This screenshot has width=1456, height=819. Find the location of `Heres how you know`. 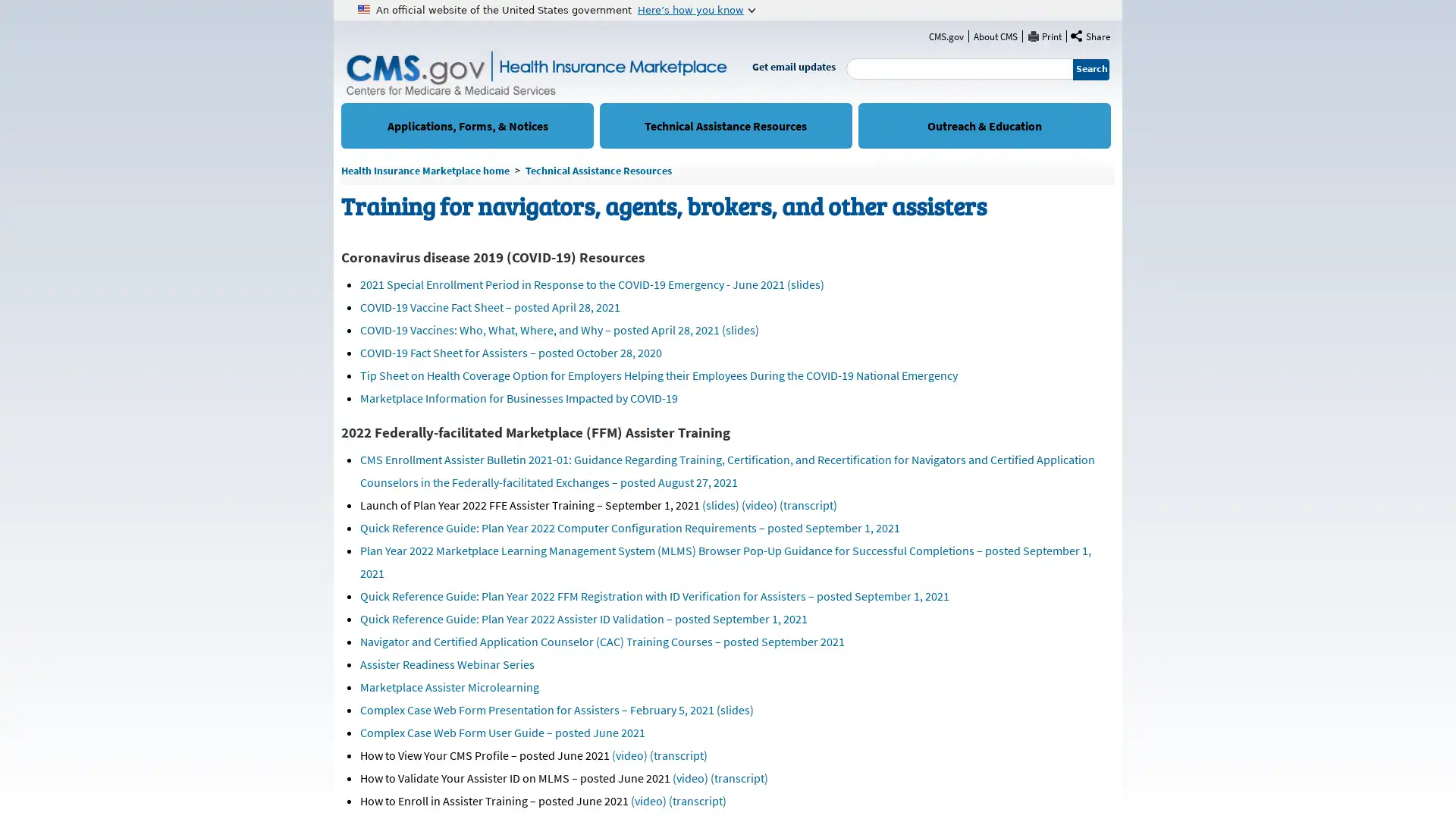

Heres how you know is located at coordinates (695, 9).